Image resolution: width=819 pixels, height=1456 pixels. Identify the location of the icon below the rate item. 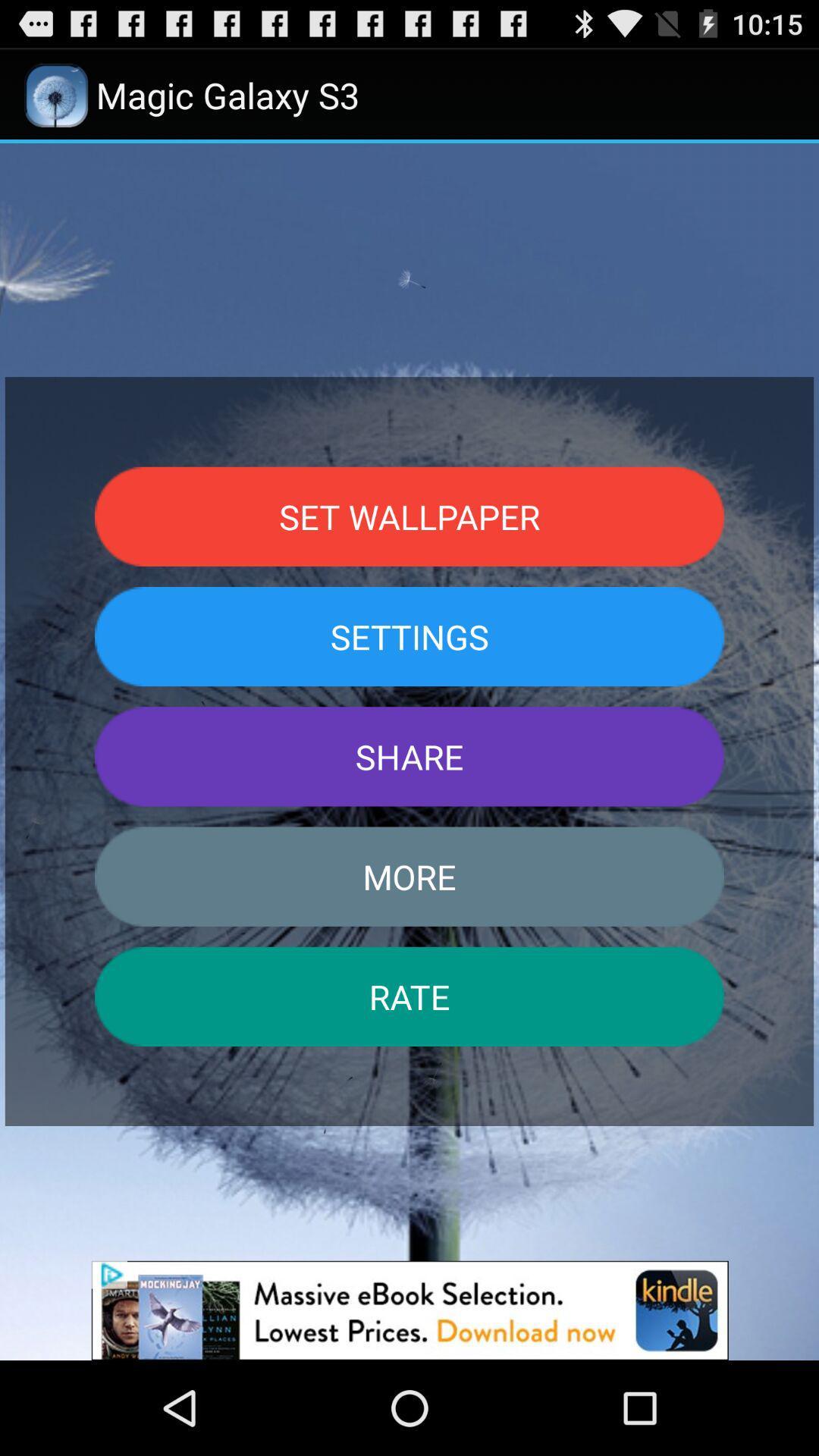
(409, 1310).